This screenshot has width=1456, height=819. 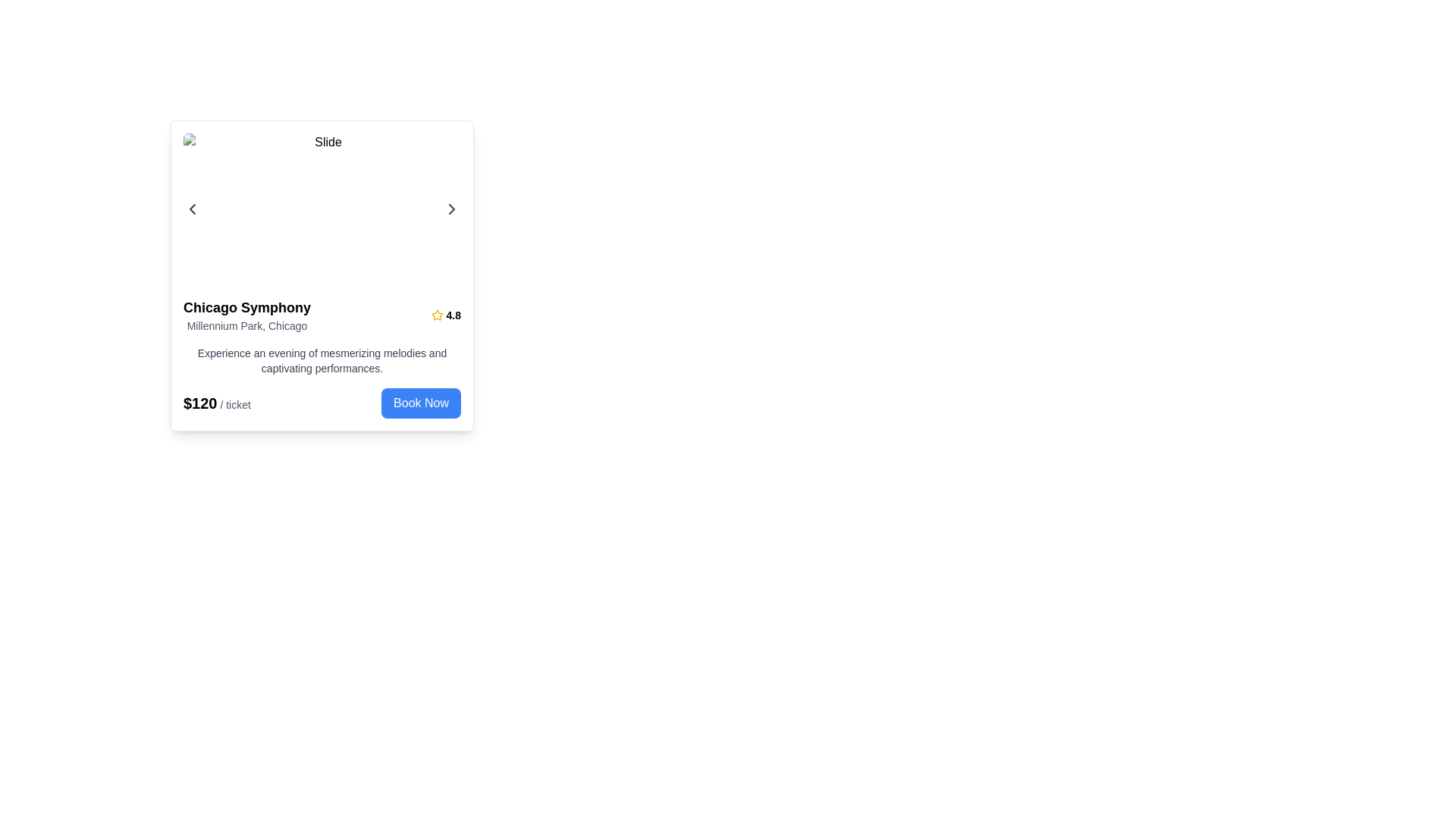 I want to click on price displayed in the text element located below the main descriptive text about the event, which is closely aligned to the left side and precedes the text '/ ticket', so click(x=199, y=403).